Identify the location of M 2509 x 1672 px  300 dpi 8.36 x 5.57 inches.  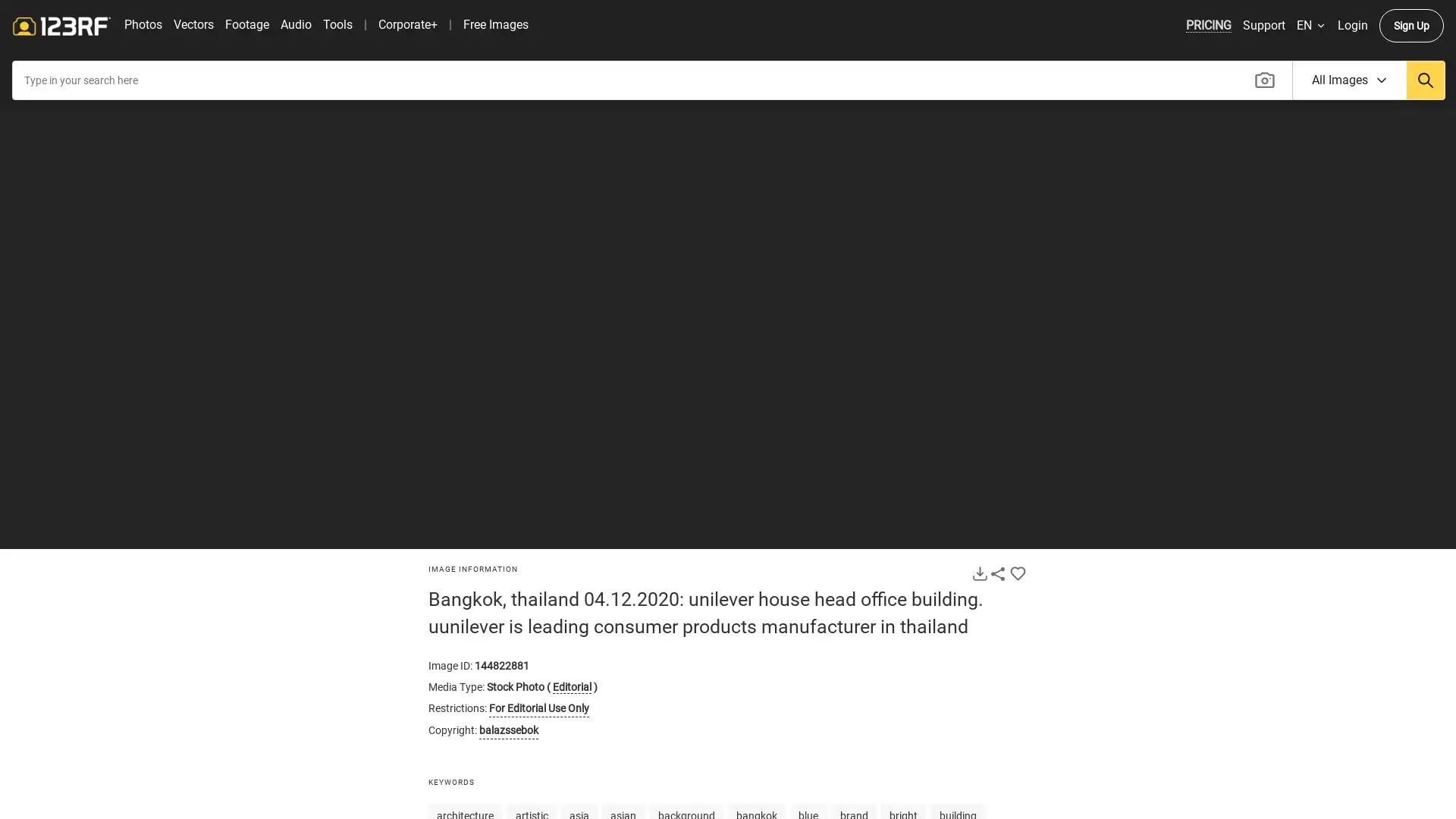
(1342, 353).